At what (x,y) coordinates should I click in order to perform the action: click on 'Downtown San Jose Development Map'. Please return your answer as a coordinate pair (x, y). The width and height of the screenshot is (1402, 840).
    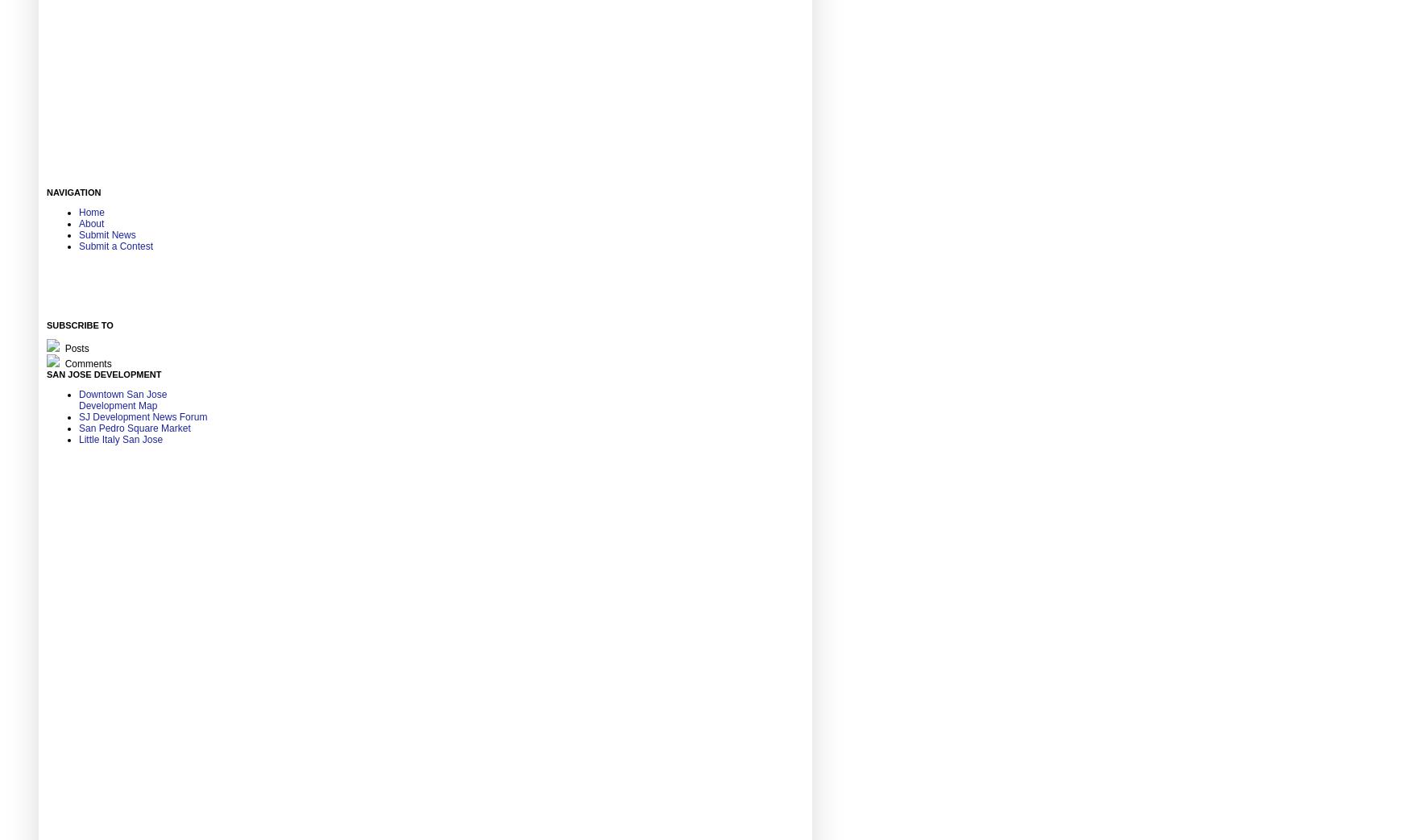
    Looking at the image, I should click on (77, 399).